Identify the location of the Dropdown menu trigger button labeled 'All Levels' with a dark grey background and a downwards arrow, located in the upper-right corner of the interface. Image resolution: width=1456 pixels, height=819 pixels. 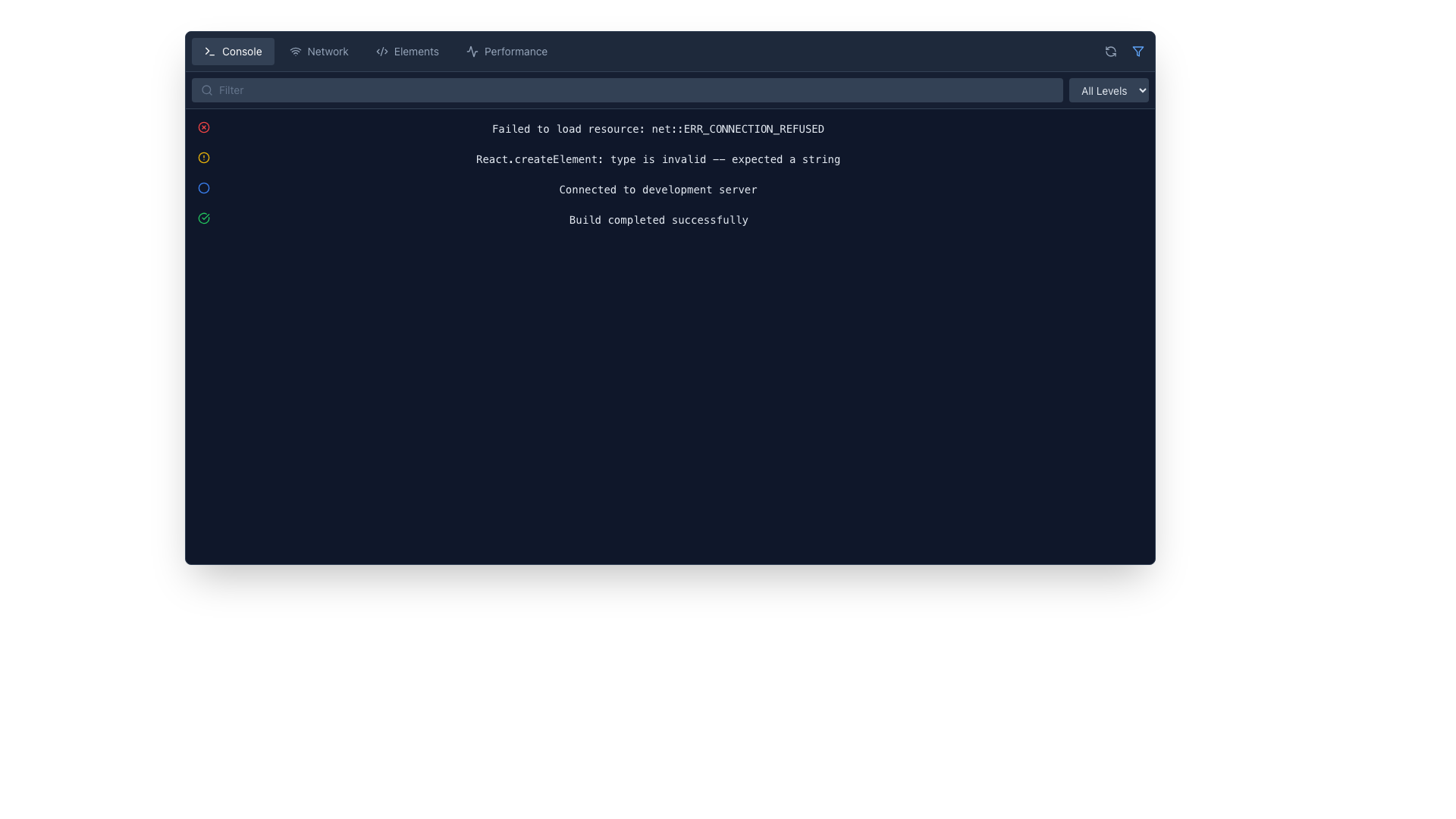
(1109, 90).